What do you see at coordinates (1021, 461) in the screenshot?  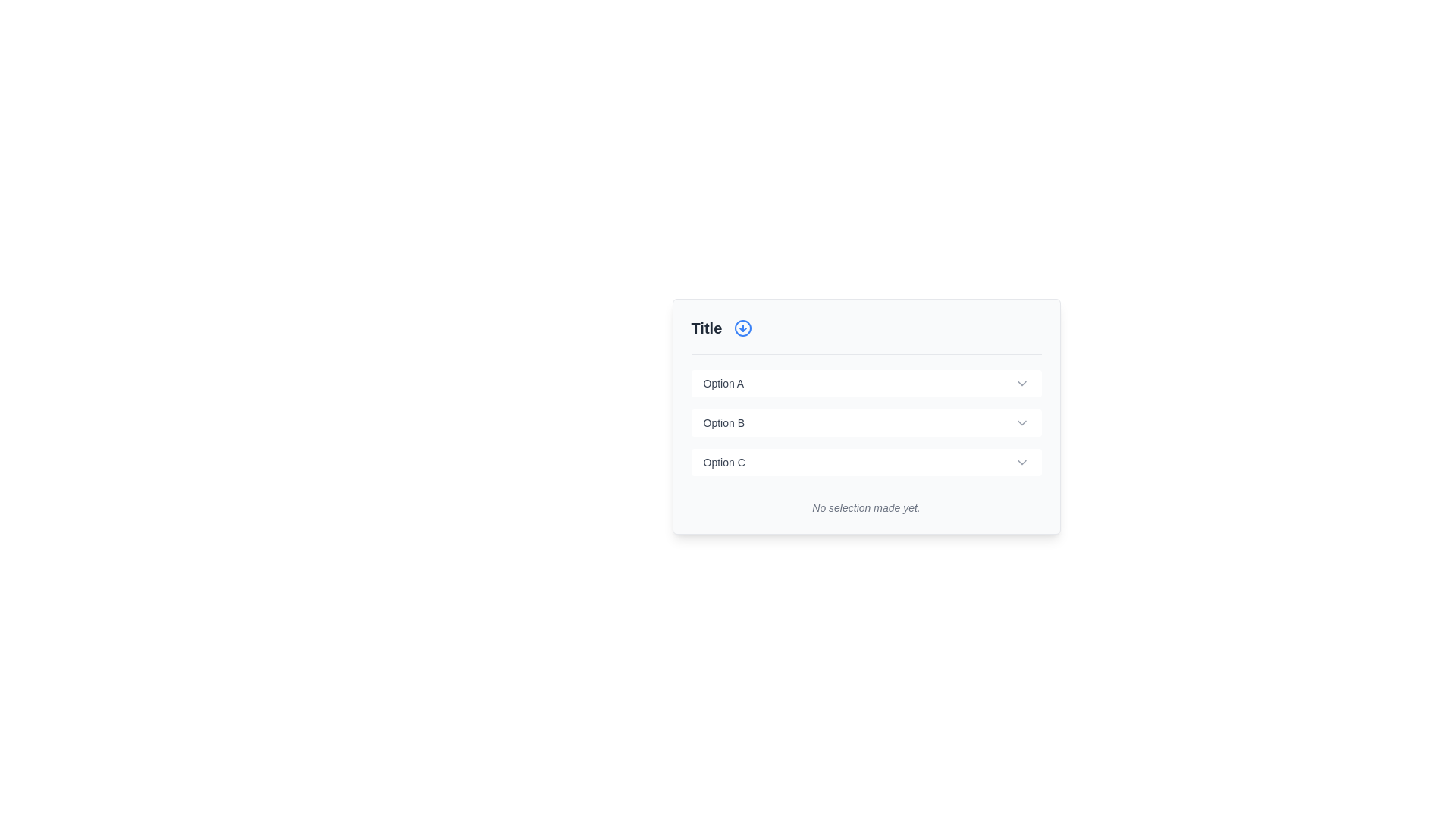 I see `the Dropdown indicator icon located to the far right of the 'Option C' row` at bounding box center [1021, 461].